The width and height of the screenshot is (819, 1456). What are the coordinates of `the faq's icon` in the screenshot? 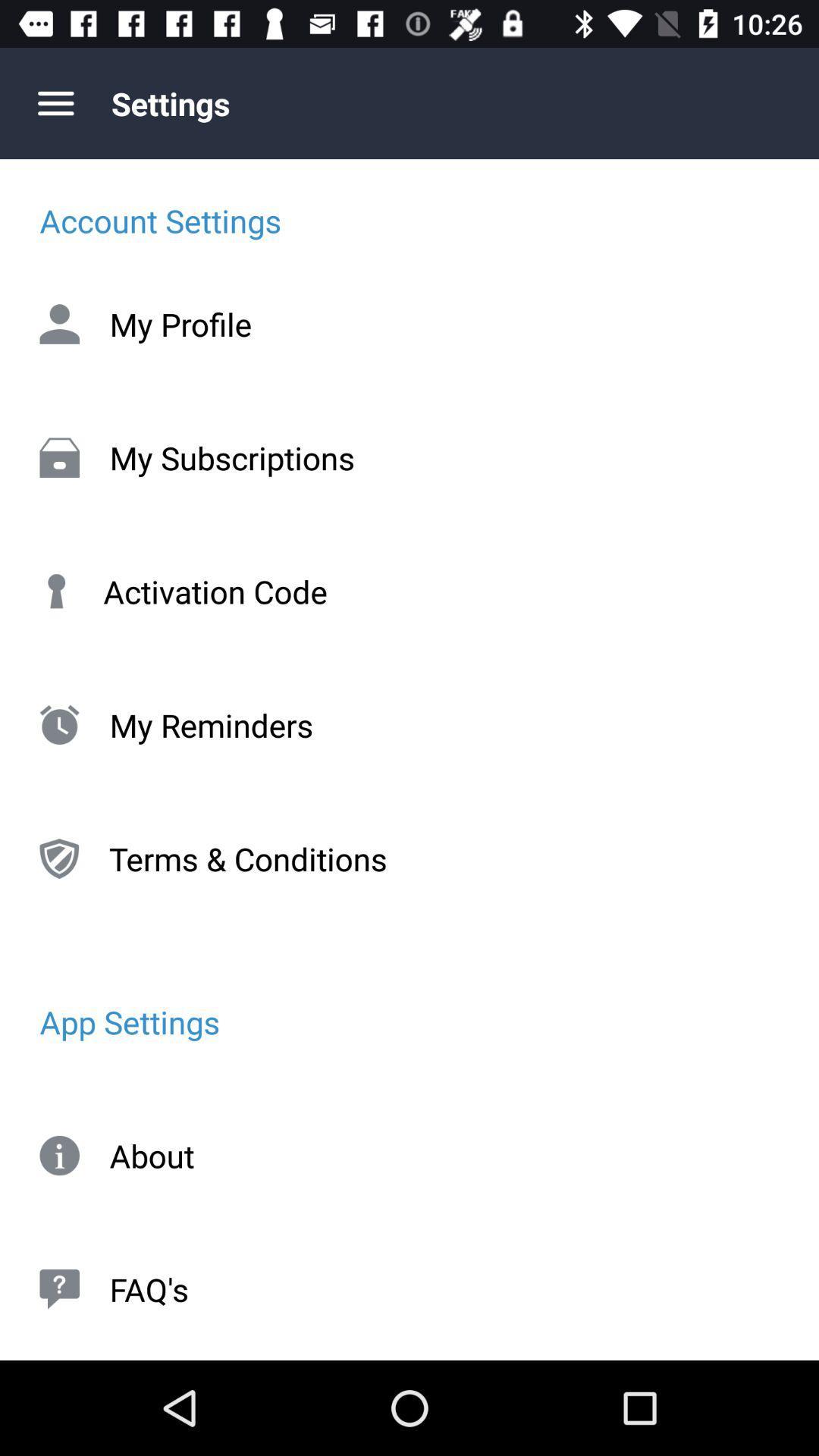 It's located at (409, 1288).